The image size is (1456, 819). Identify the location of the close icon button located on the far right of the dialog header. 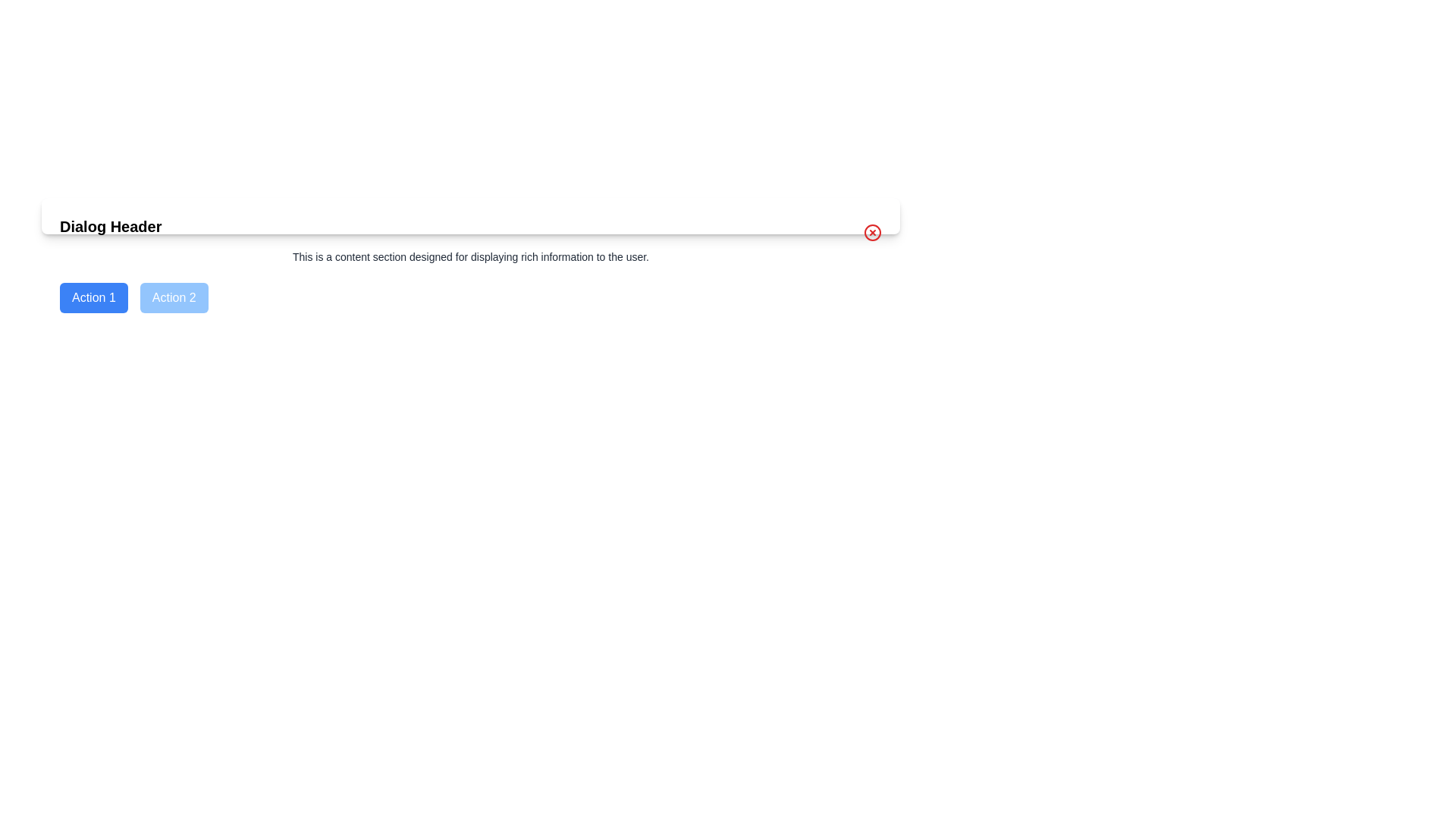
(873, 233).